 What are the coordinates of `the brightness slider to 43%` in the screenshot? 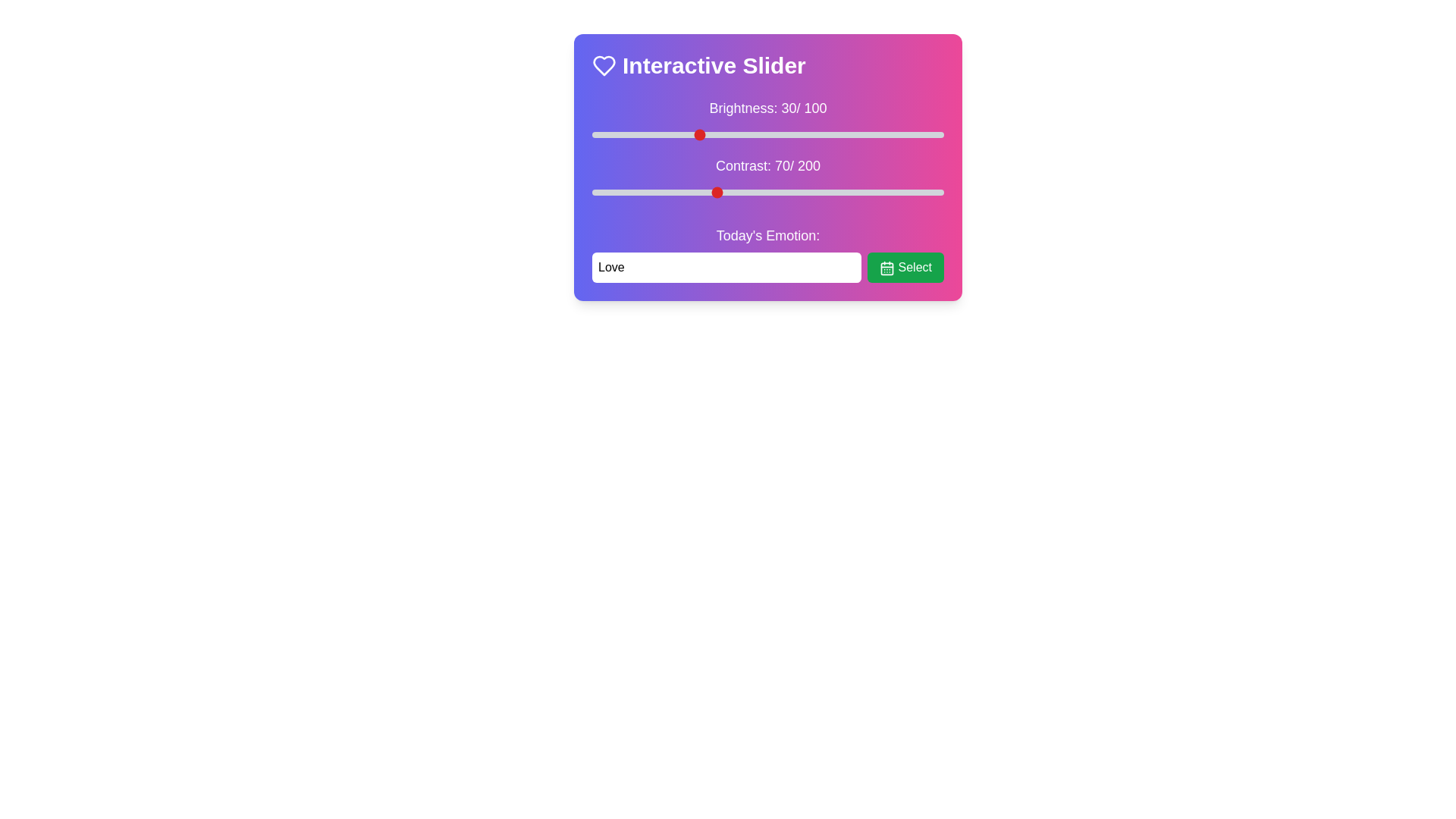 It's located at (743, 133).